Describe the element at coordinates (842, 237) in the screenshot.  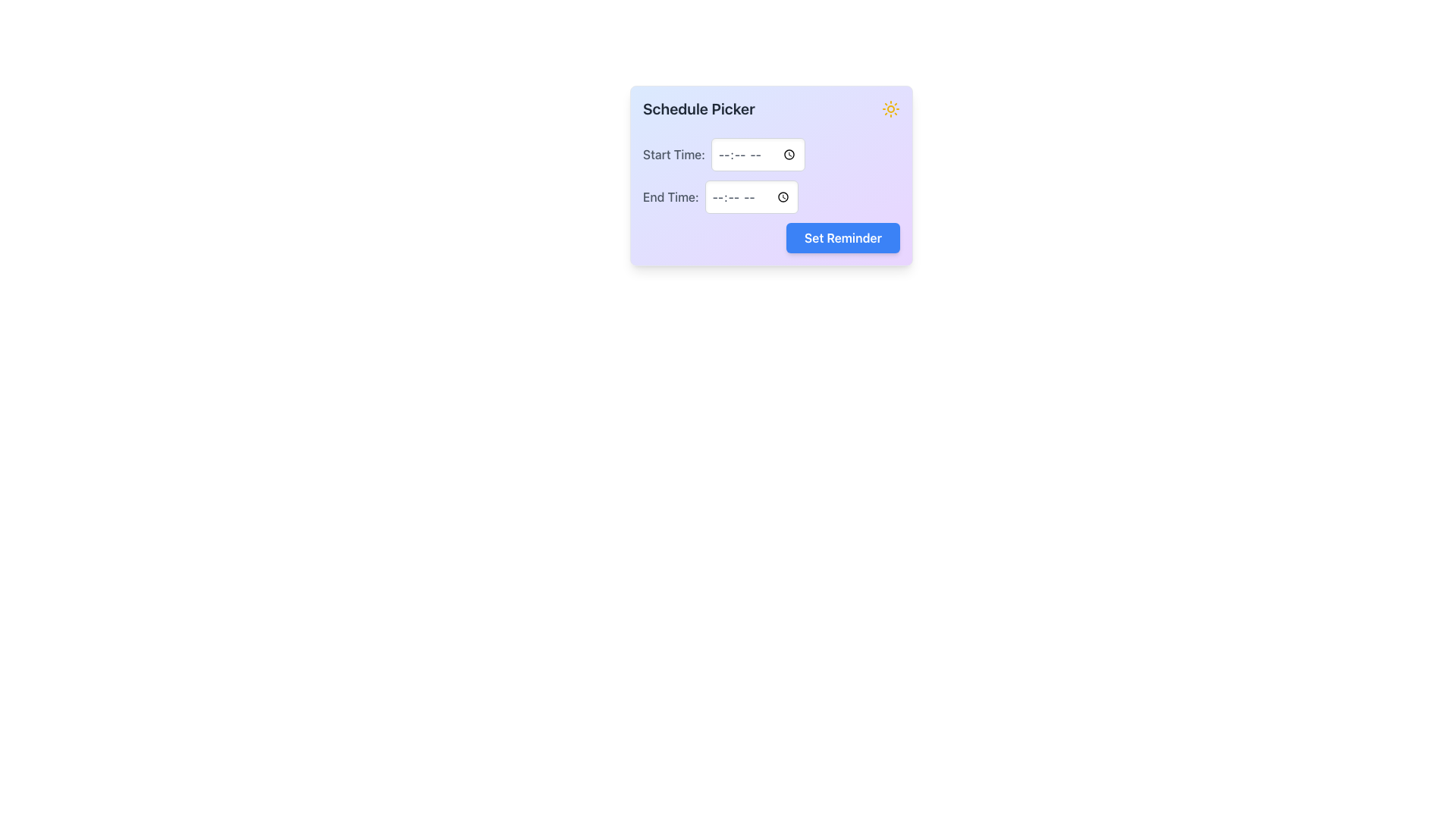
I see `the 'Set Reminder' button located in the bottom-right corner of the 'Schedule Picker' interface` at that location.